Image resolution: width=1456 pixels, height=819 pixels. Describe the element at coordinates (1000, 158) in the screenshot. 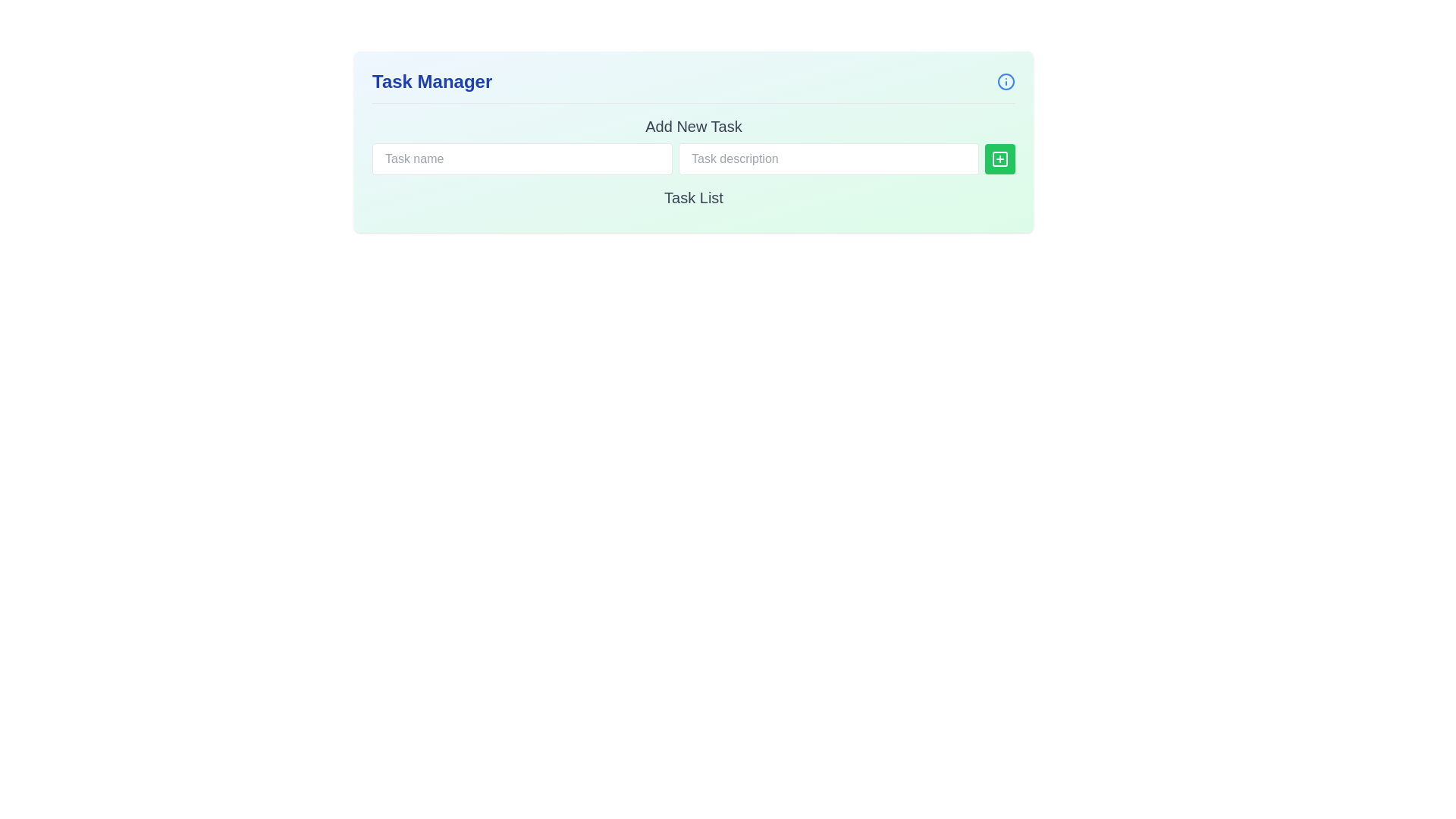

I see `the small rectangular box with rounded corners, styled with a light green border, located at the top center of the 'Add New Task' section's green button, which symbolizes a plus sign within a hollow square` at that location.